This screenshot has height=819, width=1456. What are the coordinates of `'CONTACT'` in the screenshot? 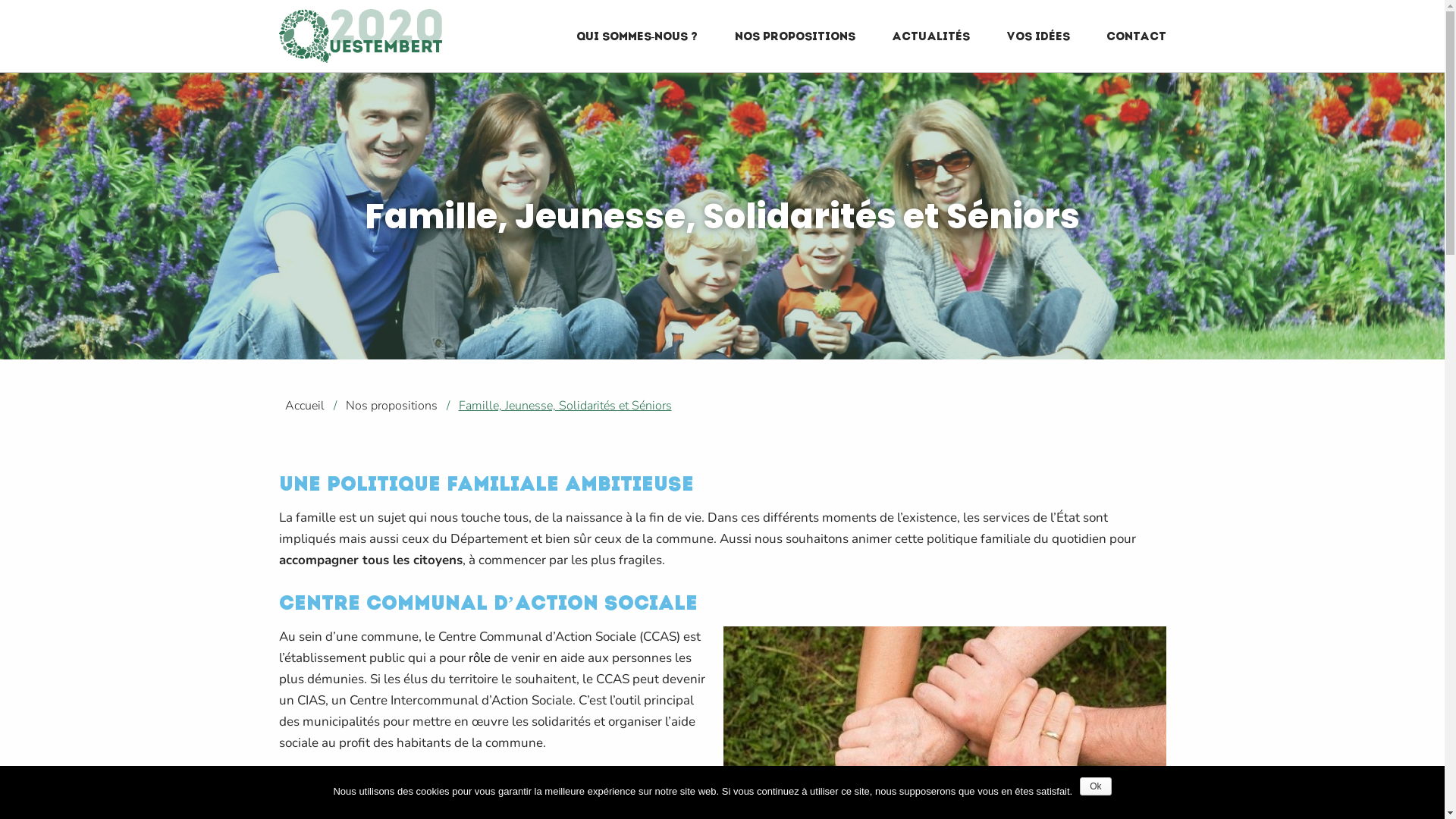 It's located at (1135, 34).